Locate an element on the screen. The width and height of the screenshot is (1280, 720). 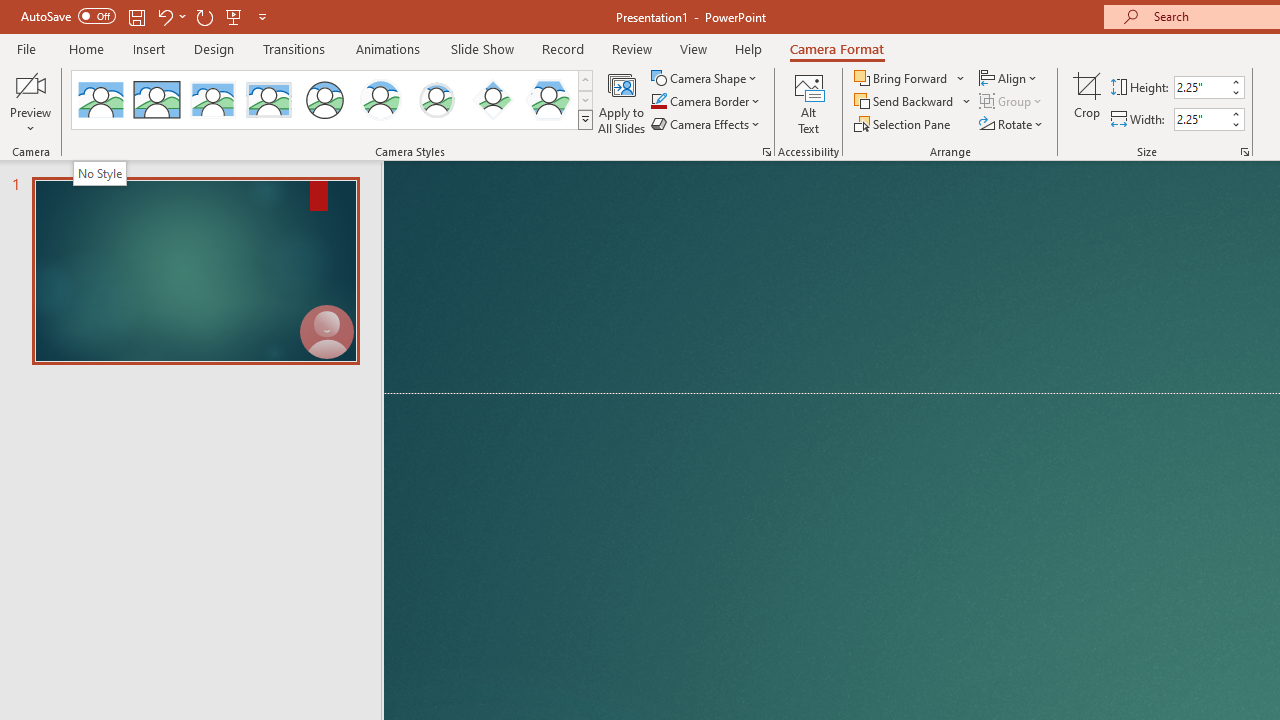
'Apply to All Slides' is located at coordinates (621, 103).